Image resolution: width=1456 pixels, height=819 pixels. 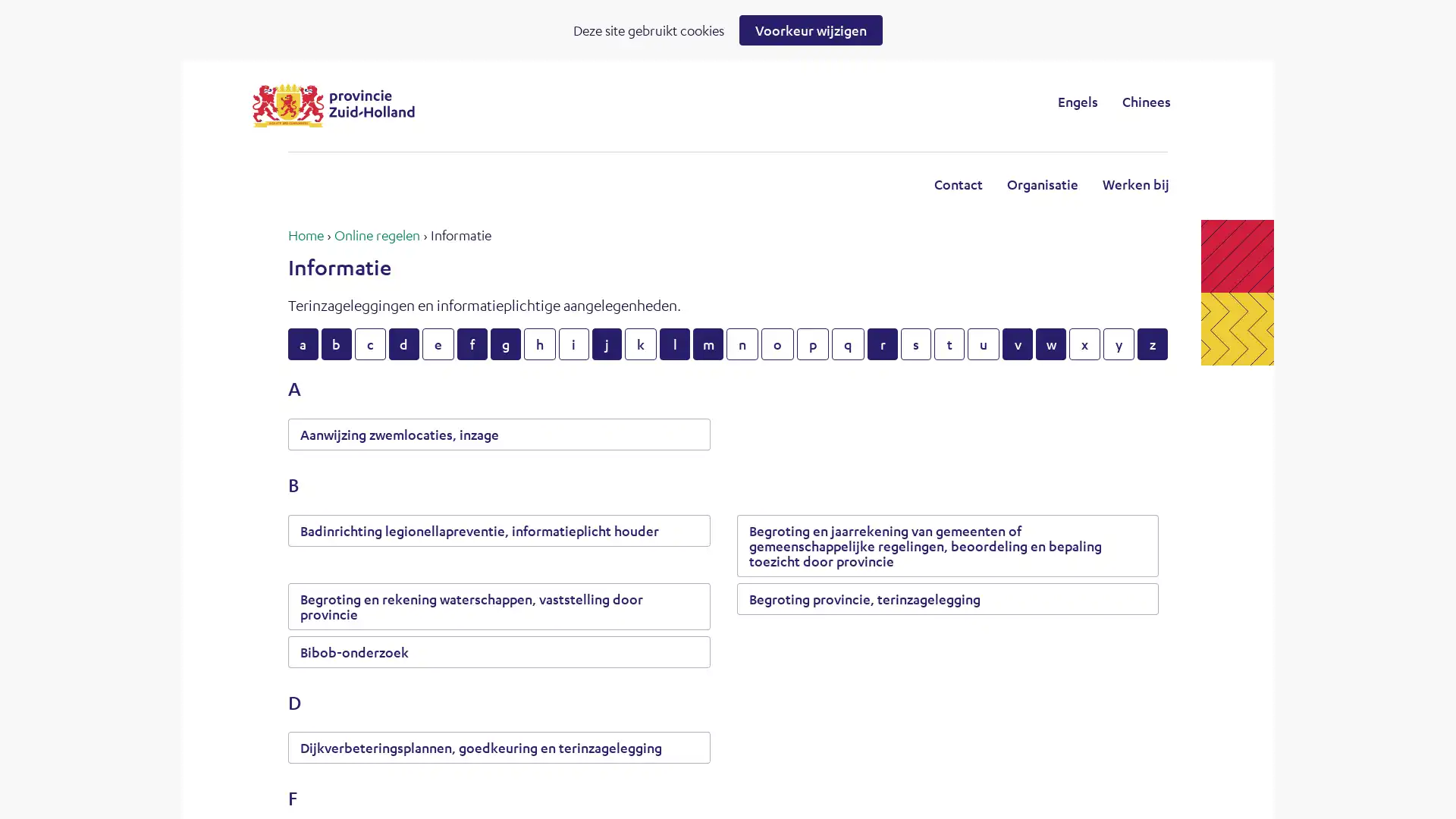 I want to click on Voorkeur wijzigen, so click(x=810, y=30).